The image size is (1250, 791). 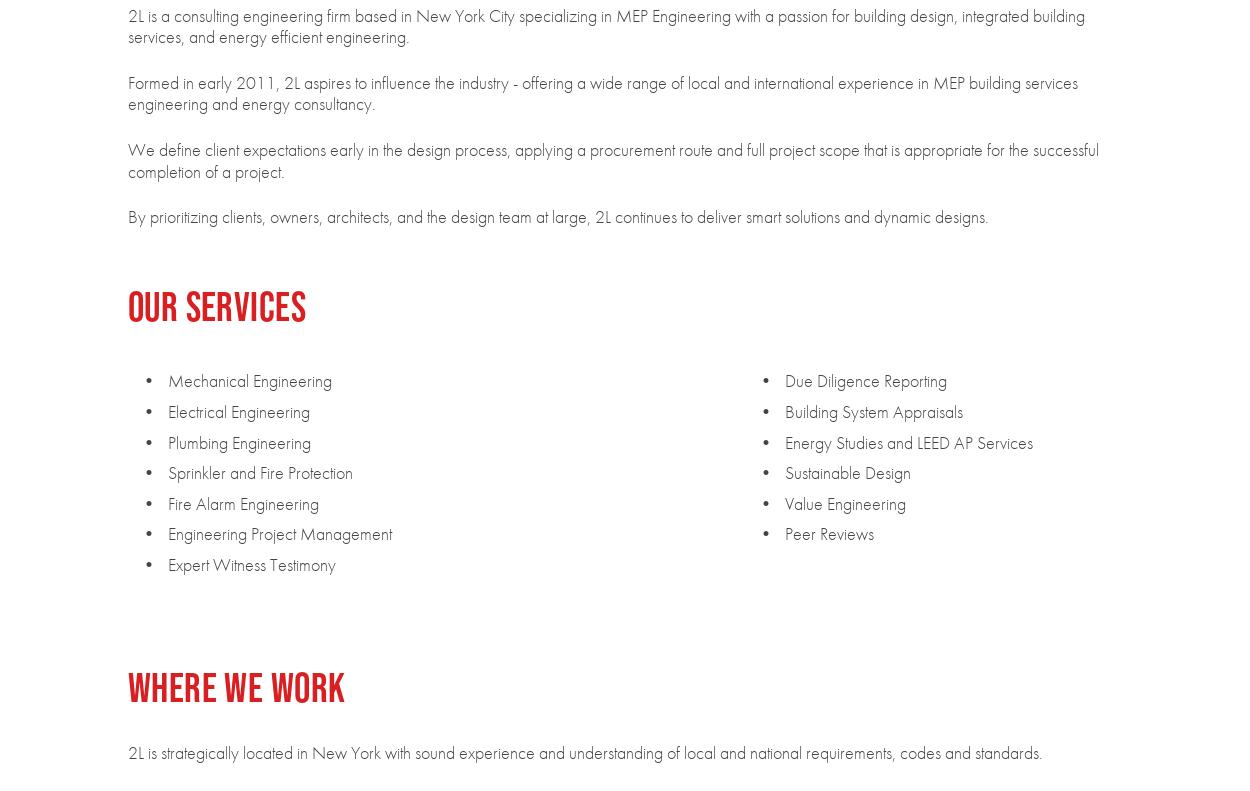 I want to click on 'Due Diligence Reporting', so click(x=863, y=379).